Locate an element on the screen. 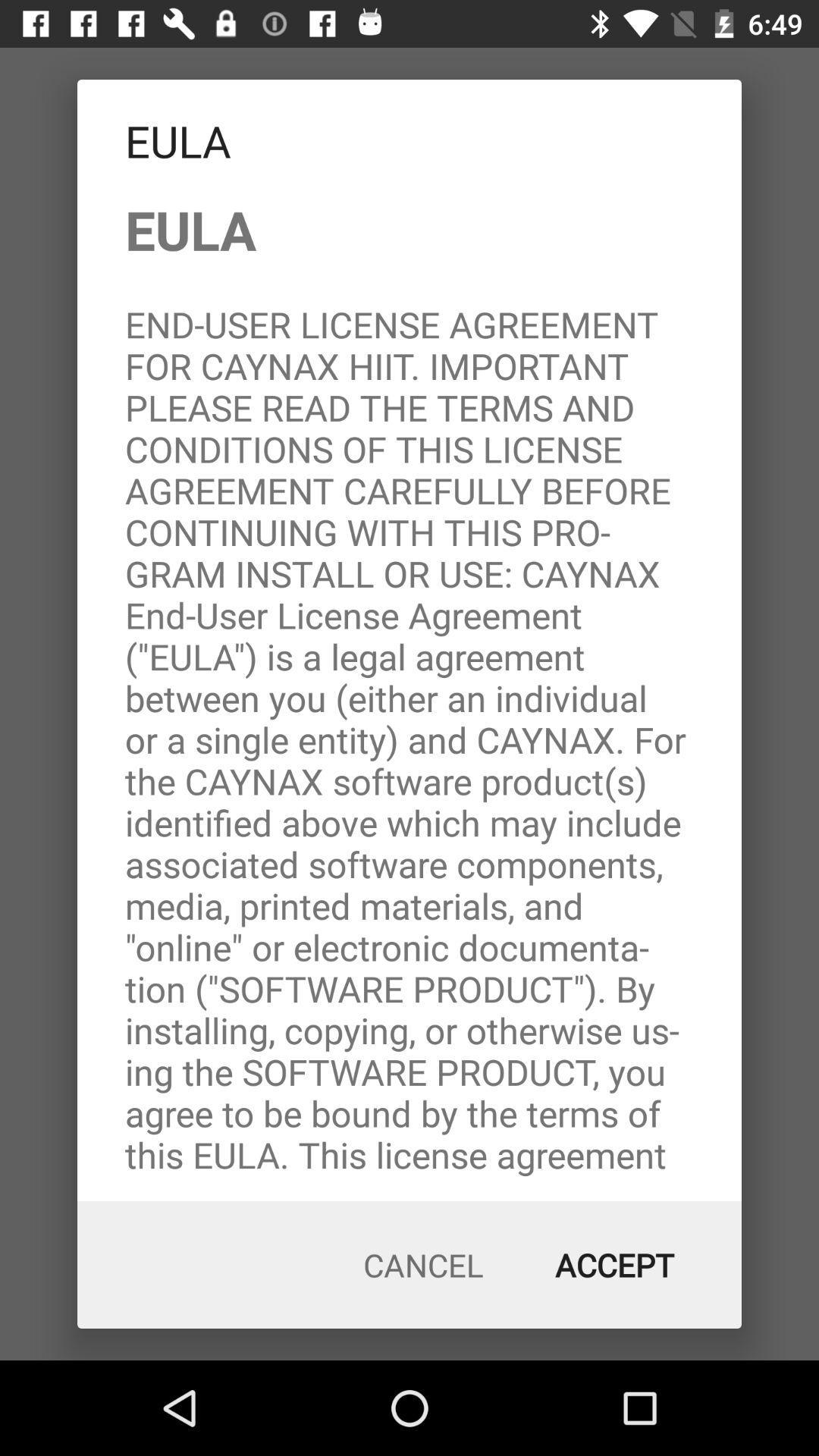  cancel icon is located at coordinates (423, 1265).